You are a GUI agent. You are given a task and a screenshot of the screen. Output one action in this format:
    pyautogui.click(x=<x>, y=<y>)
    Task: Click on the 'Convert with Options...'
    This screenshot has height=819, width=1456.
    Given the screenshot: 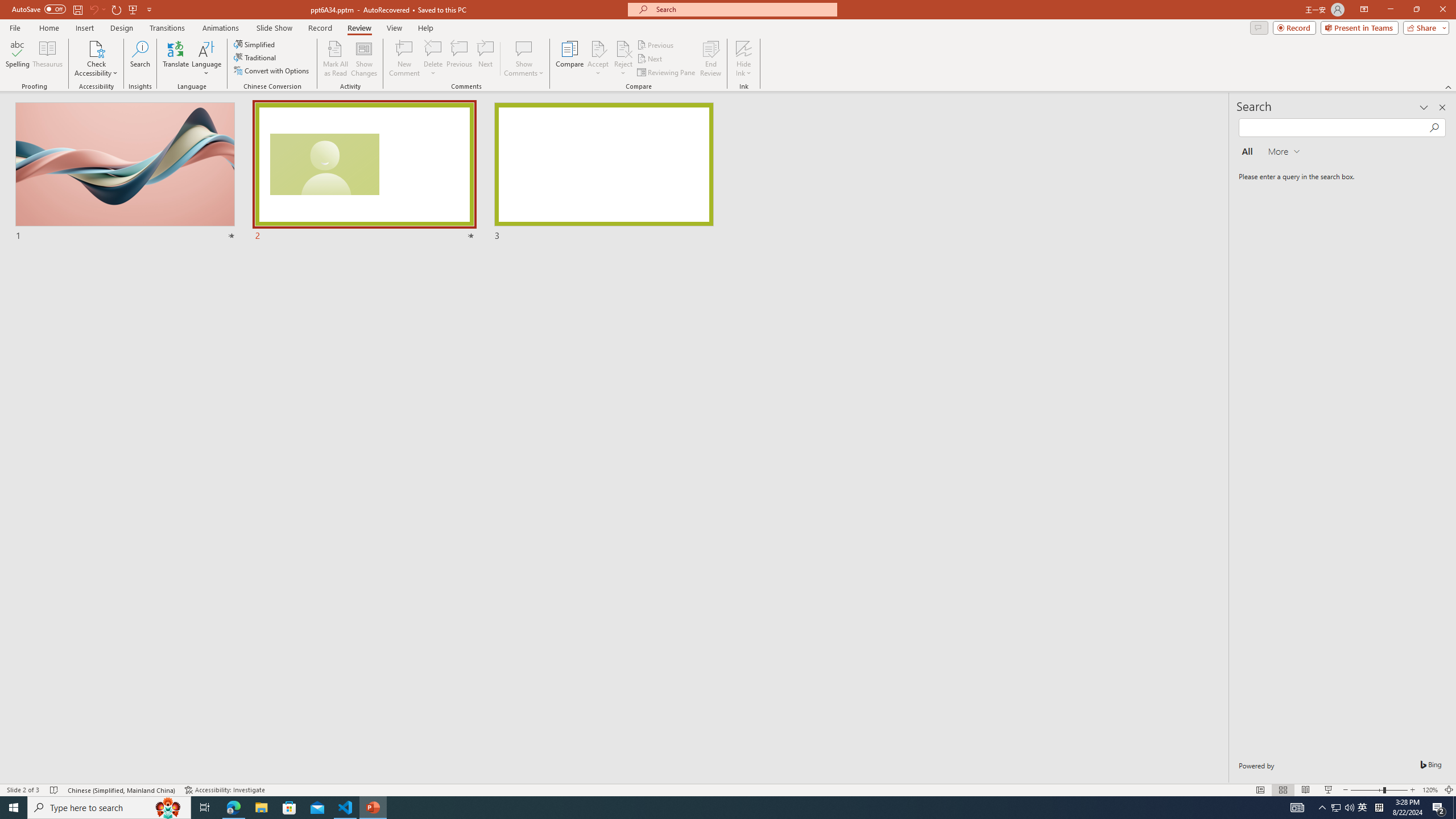 What is the action you would take?
    pyautogui.click(x=271, y=69)
    